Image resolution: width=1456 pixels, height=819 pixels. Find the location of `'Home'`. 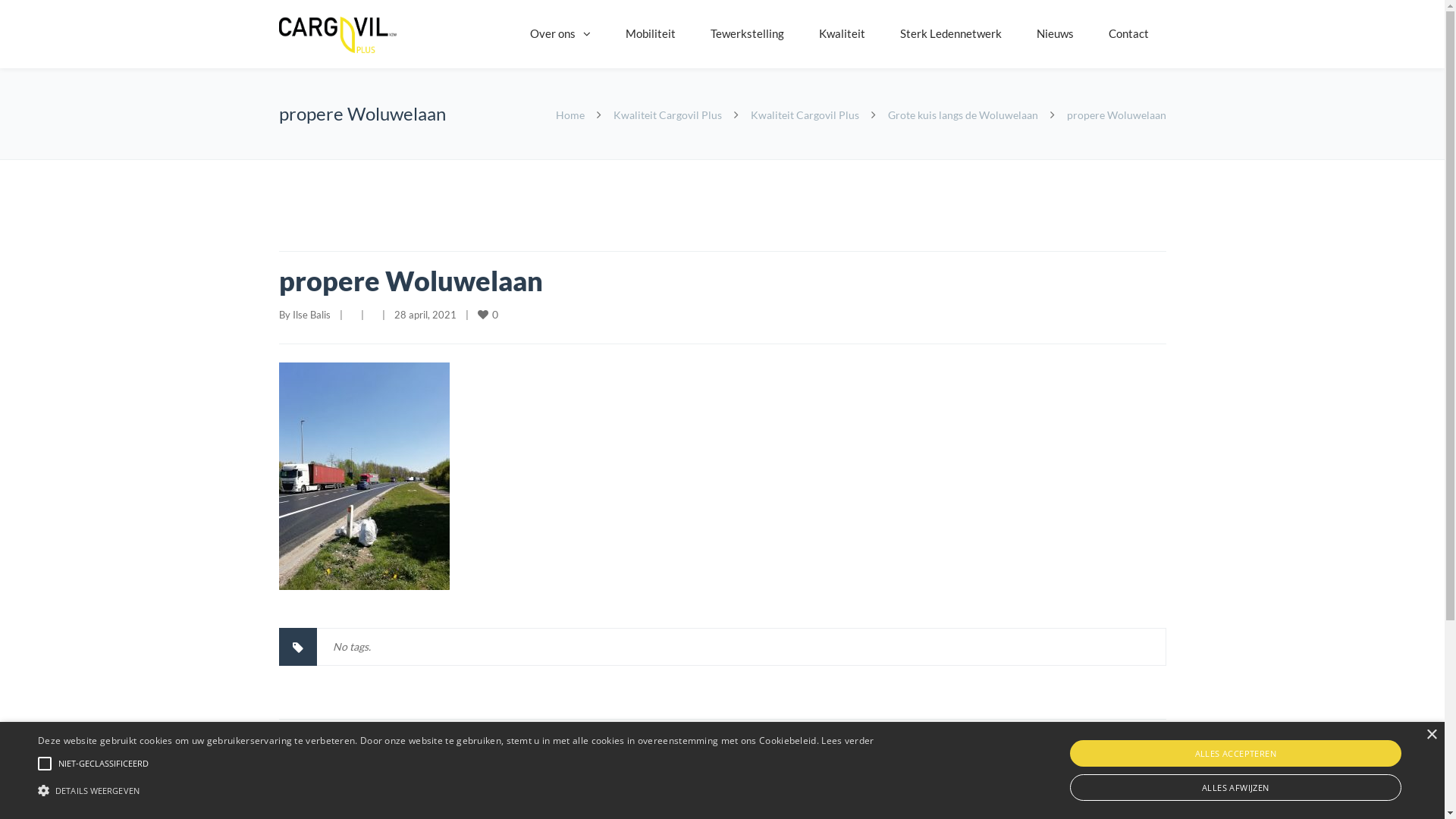

'Home' is located at coordinates (568, 114).